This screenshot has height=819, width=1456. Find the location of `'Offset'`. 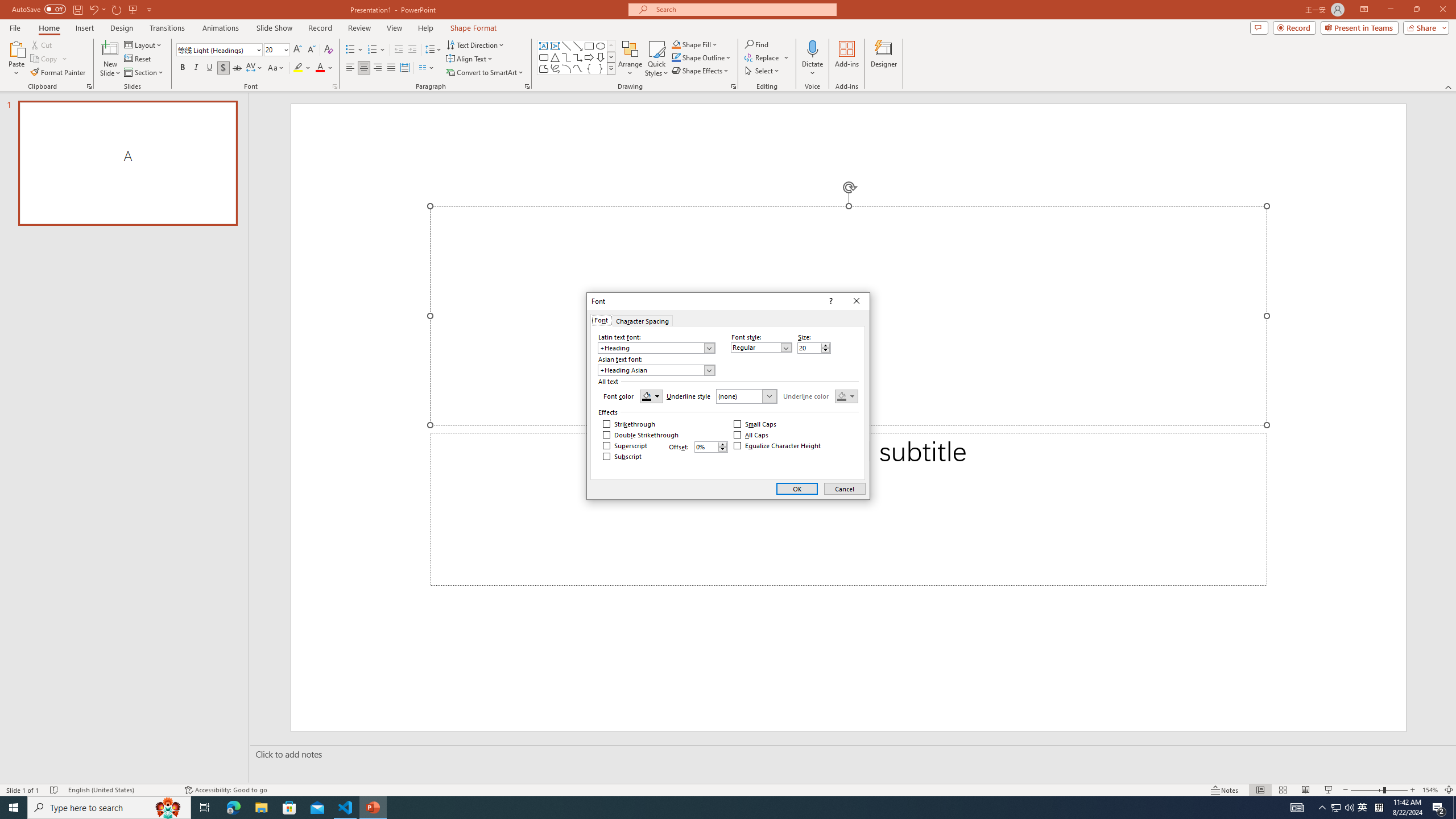

'Offset' is located at coordinates (711, 446).